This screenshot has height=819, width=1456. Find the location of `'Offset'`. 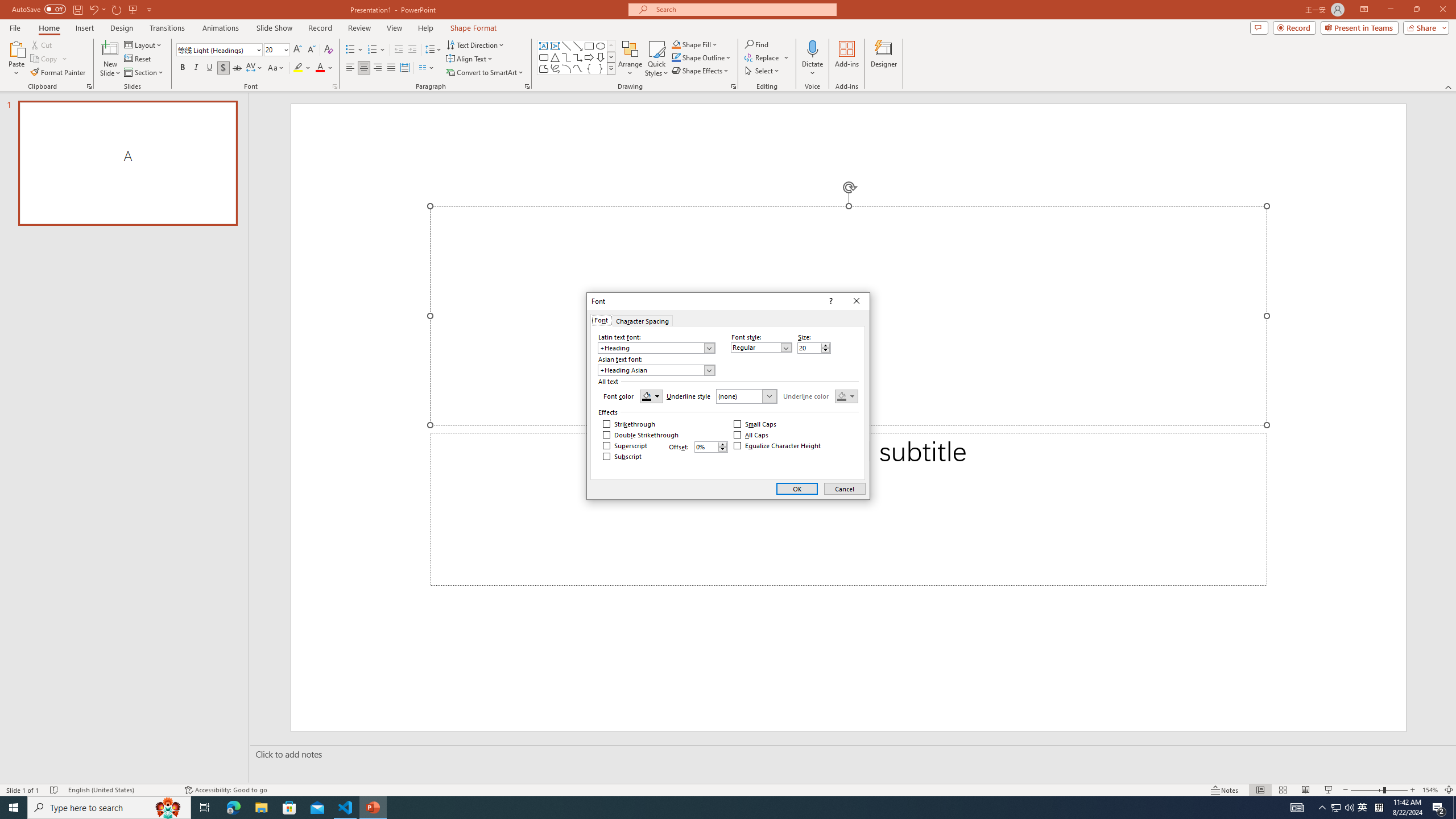

'Offset' is located at coordinates (711, 446).